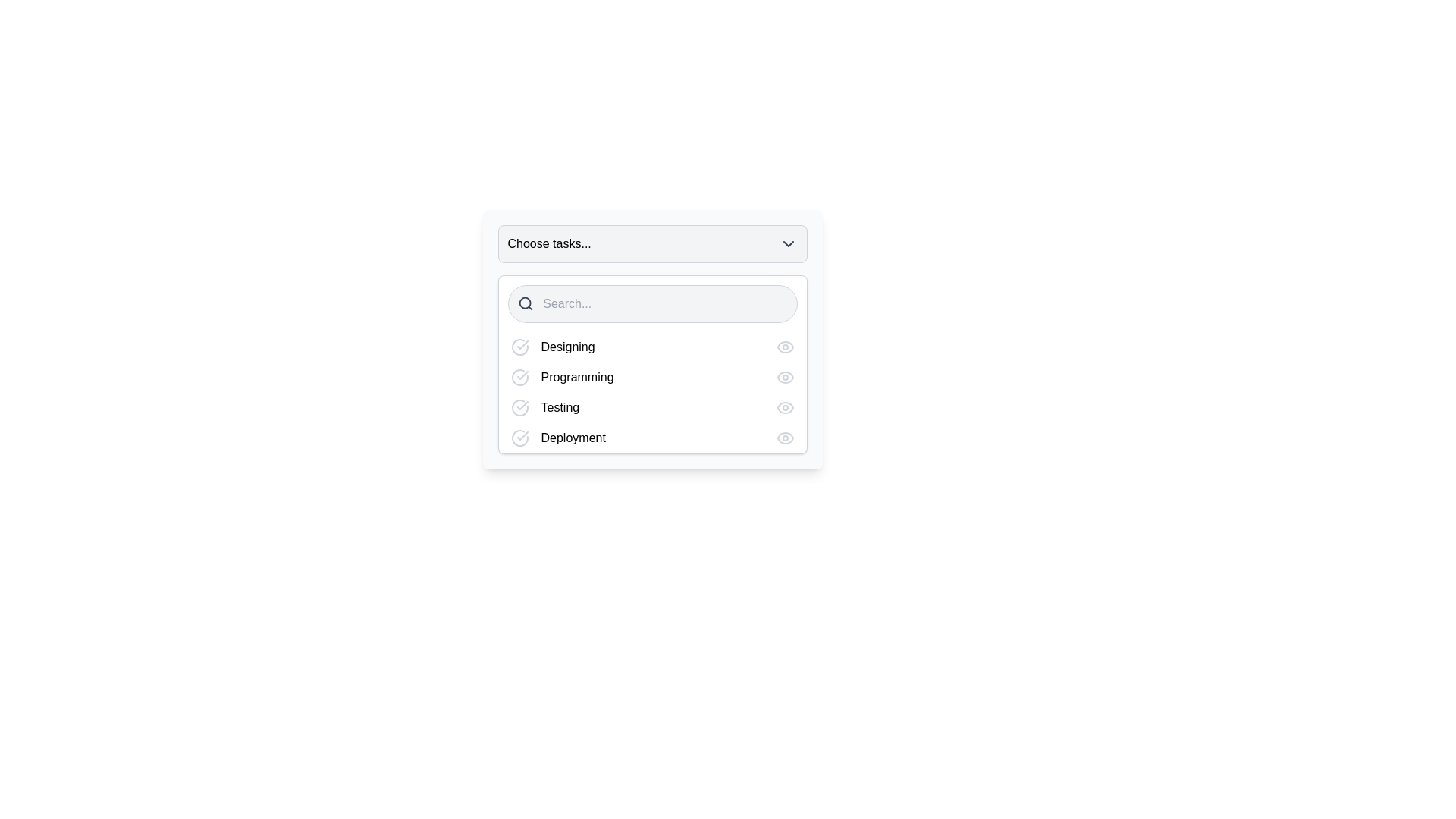 This screenshot has height=819, width=1456. Describe the element at coordinates (519, 376) in the screenshot. I see `the surrounding area of the left semi-circular part of the checkmark icon in the 'Programming' task-selection row` at that location.